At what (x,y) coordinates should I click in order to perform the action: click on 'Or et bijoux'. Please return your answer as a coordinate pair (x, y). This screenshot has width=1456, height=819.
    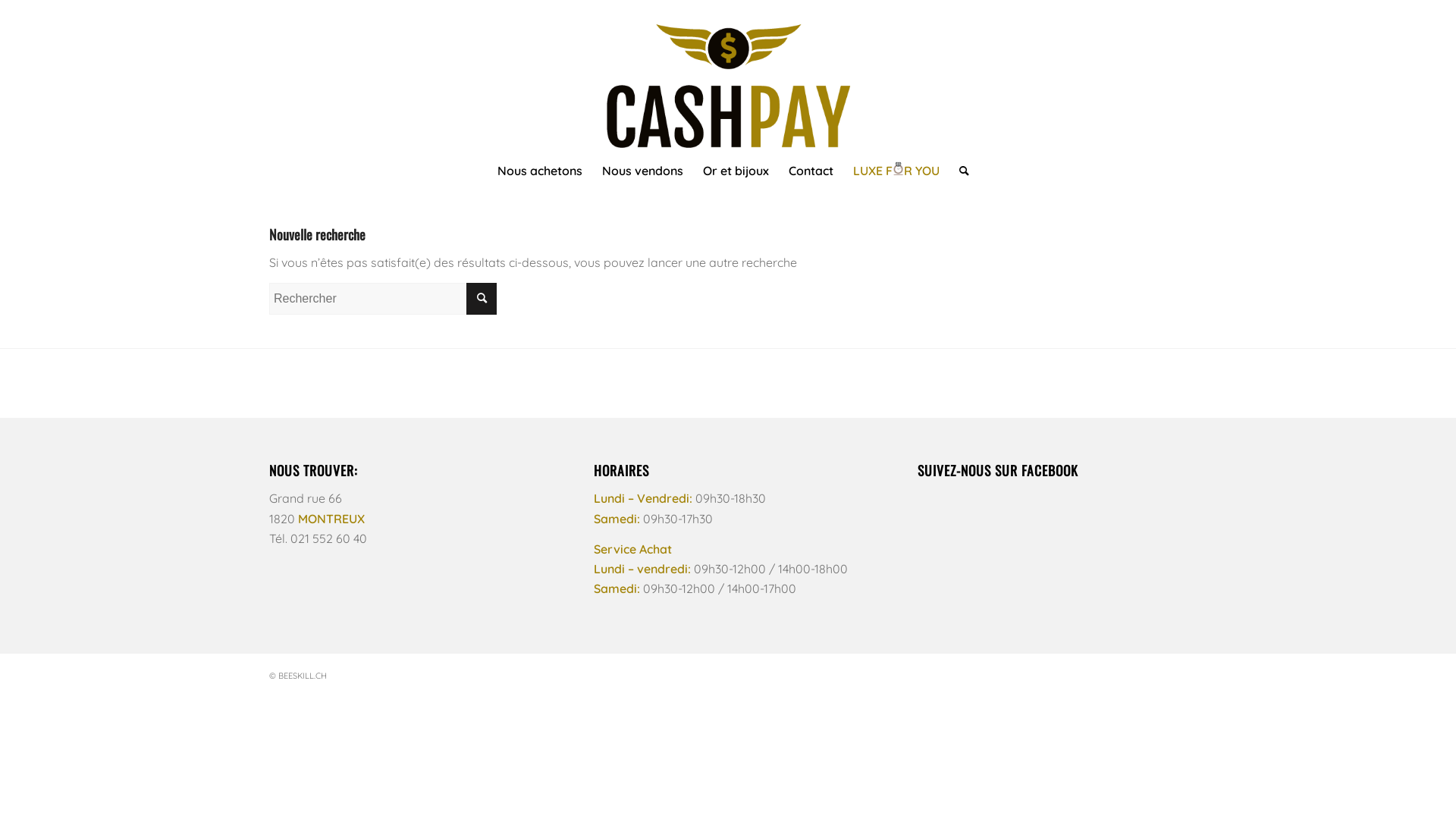
    Looking at the image, I should click on (736, 170).